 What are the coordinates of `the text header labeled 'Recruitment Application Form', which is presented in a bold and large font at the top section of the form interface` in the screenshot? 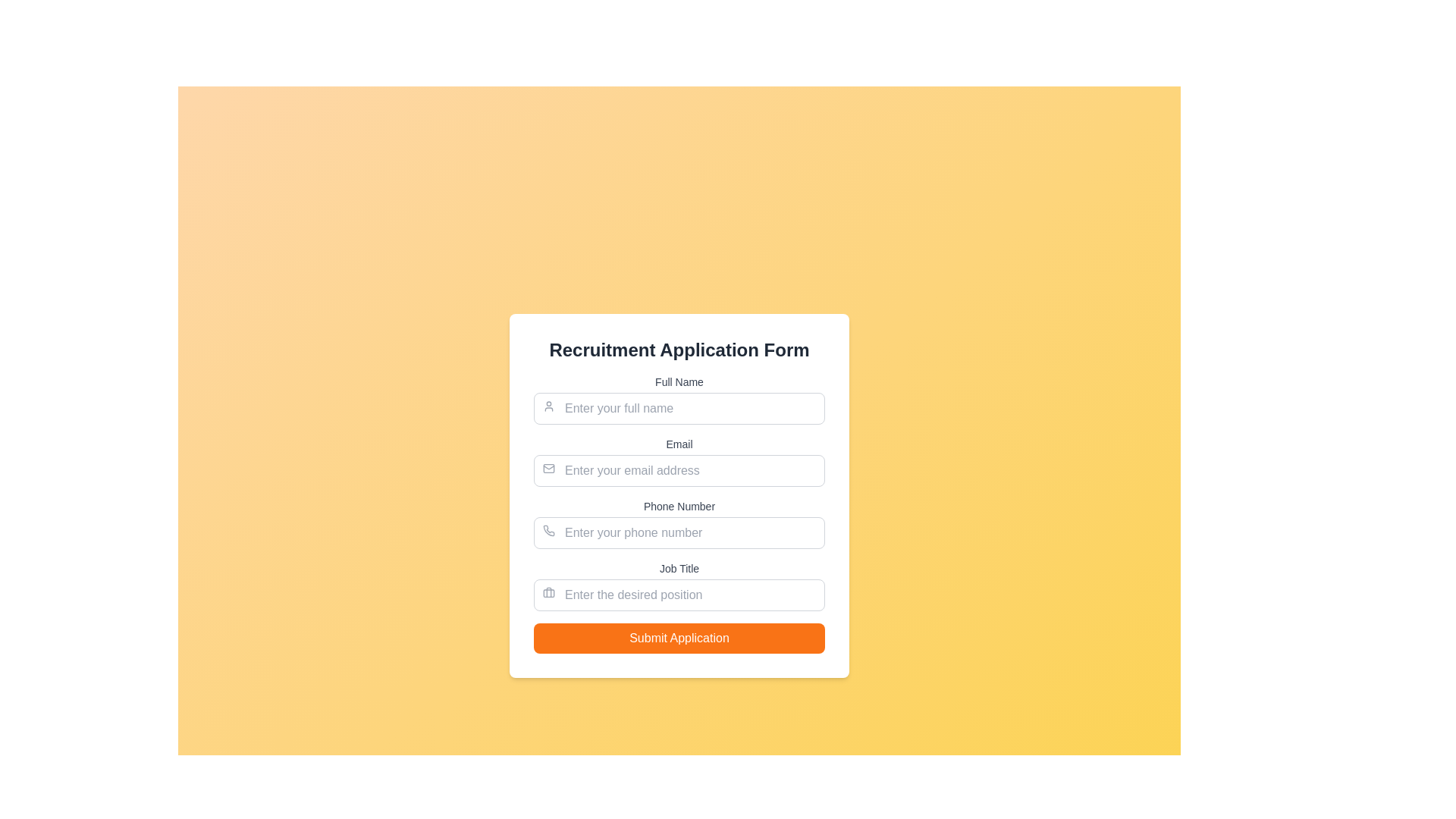 It's located at (679, 350).